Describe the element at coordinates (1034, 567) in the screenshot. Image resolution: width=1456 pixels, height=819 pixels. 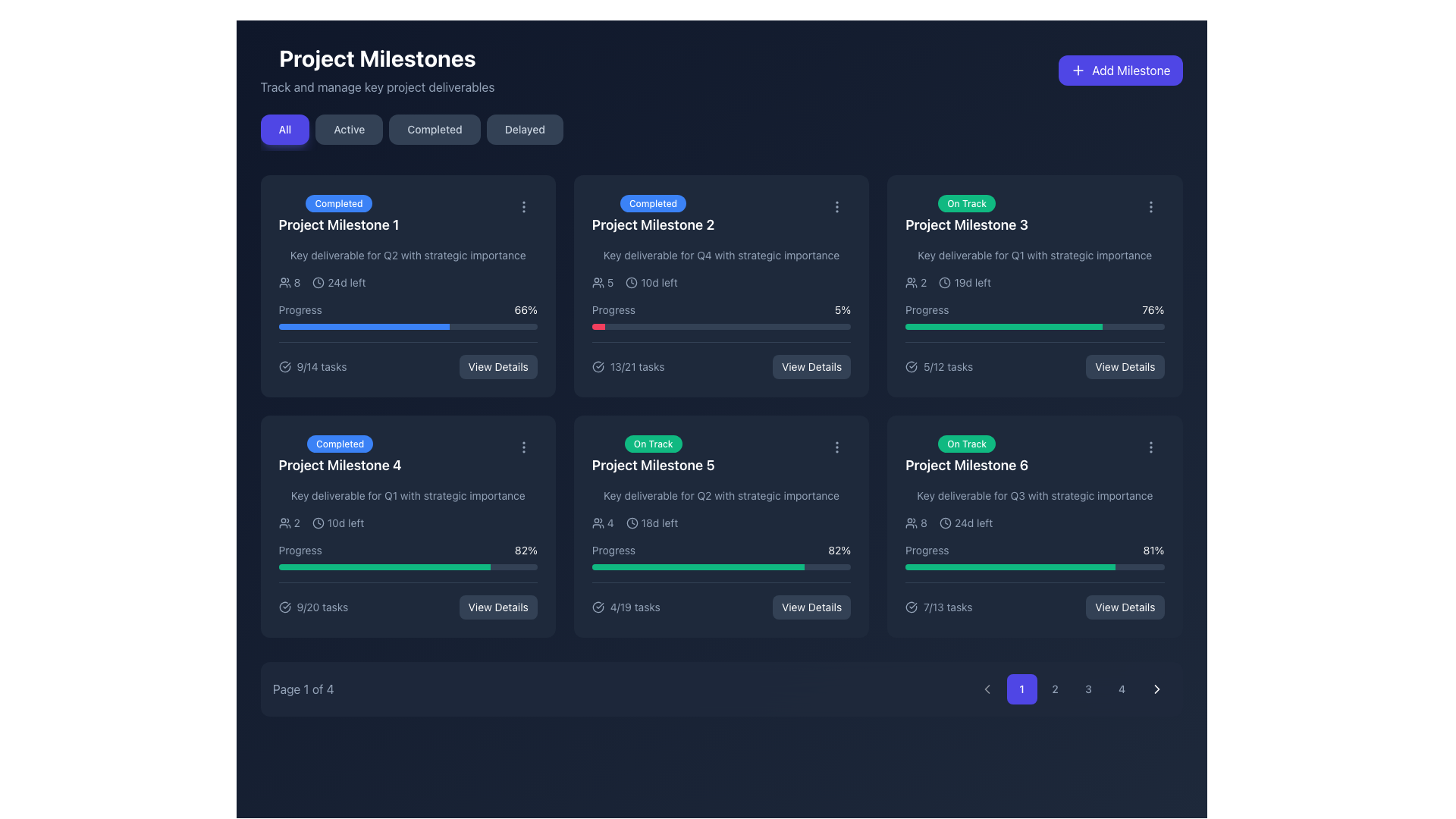
I see `progress bar located below the 'Progress' label in the 'Project Milestone 6' card, which shows a filled green segment indicating 81% completion` at that location.